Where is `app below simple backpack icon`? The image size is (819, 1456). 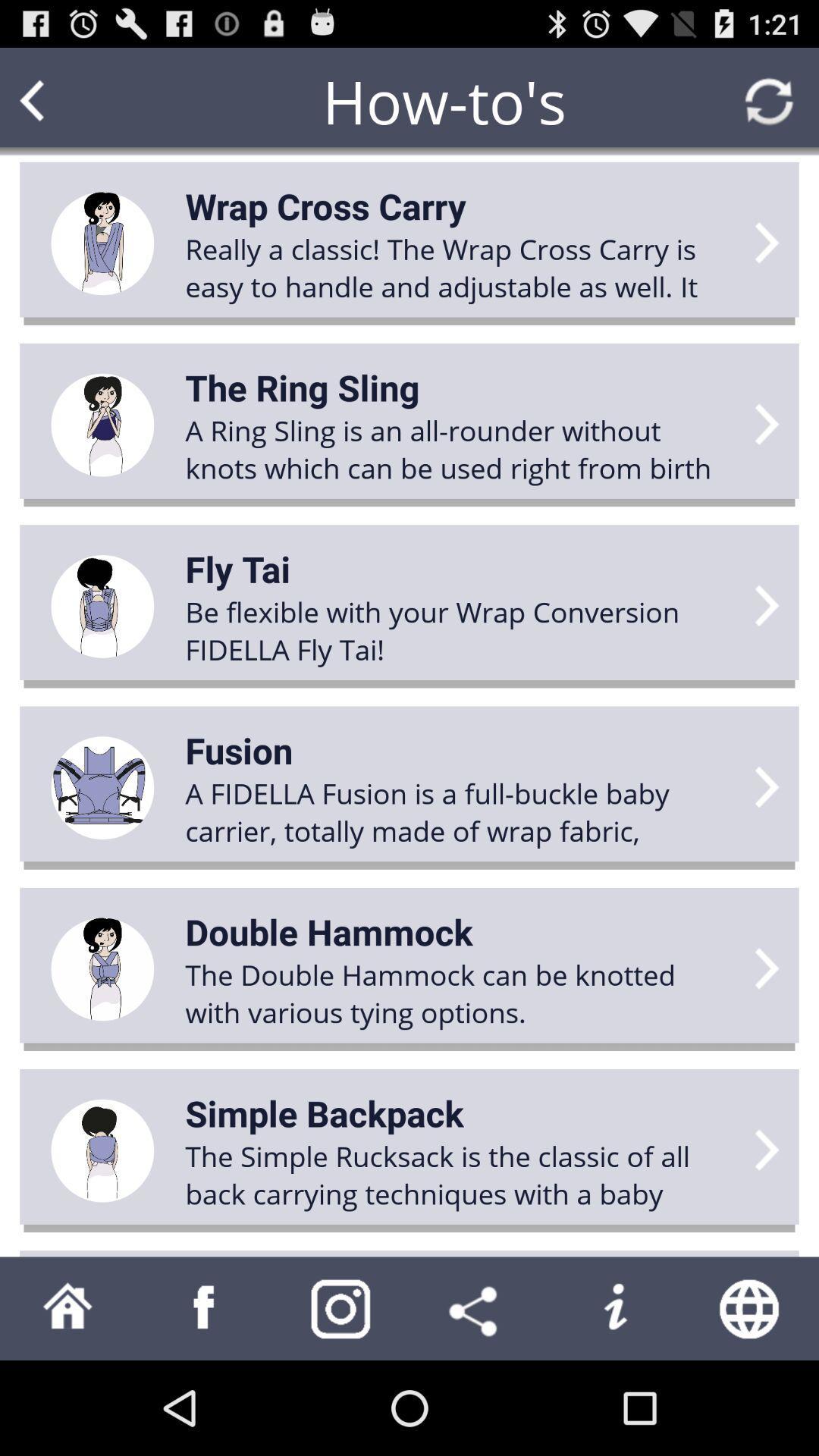 app below simple backpack icon is located at coordinates (460, 1174).